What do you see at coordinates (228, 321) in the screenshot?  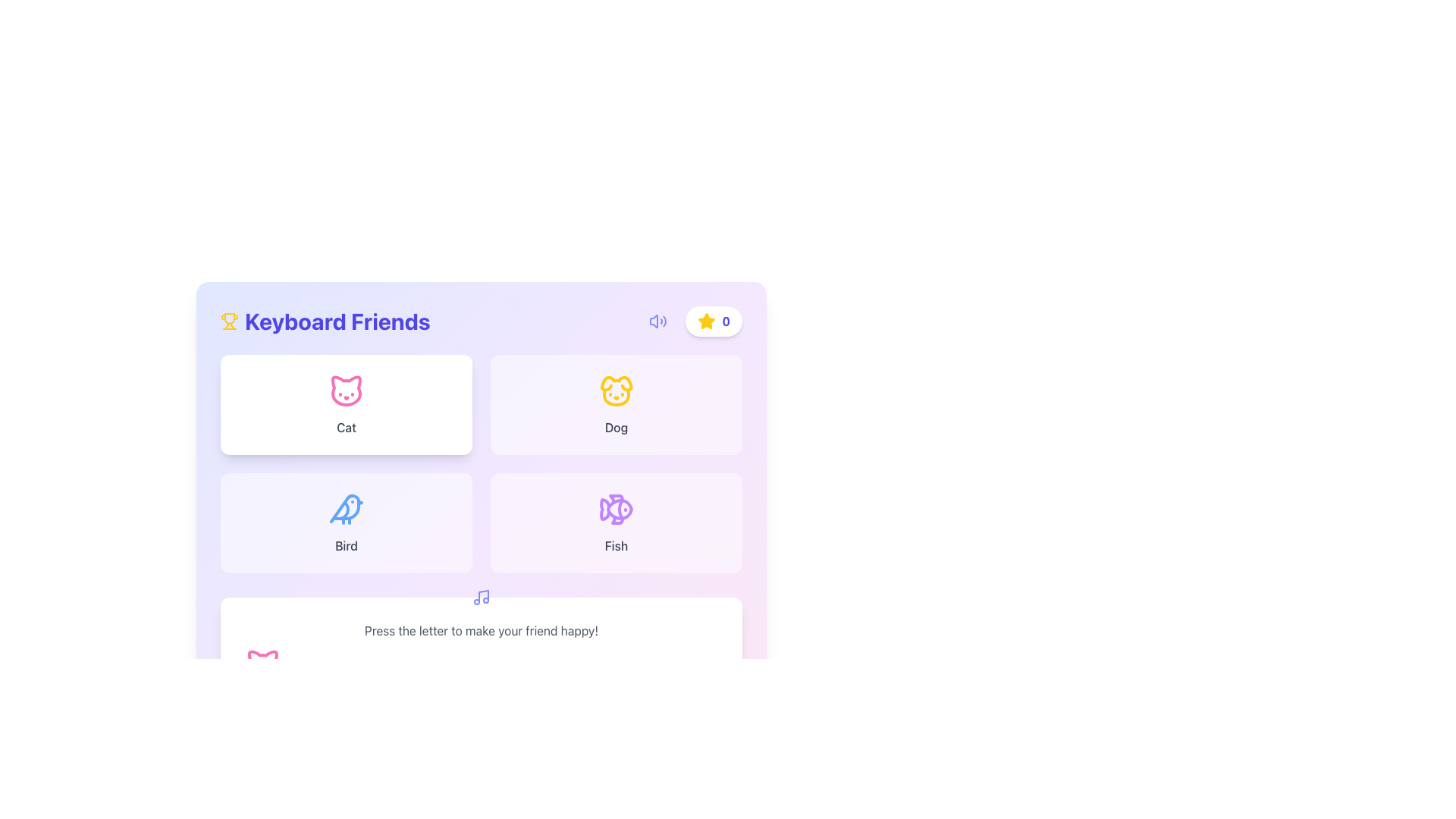 I see `the yellow trophy icon located to the left of the 'Keyboard Friends' title in the header section` at bounding box center [228, 321].